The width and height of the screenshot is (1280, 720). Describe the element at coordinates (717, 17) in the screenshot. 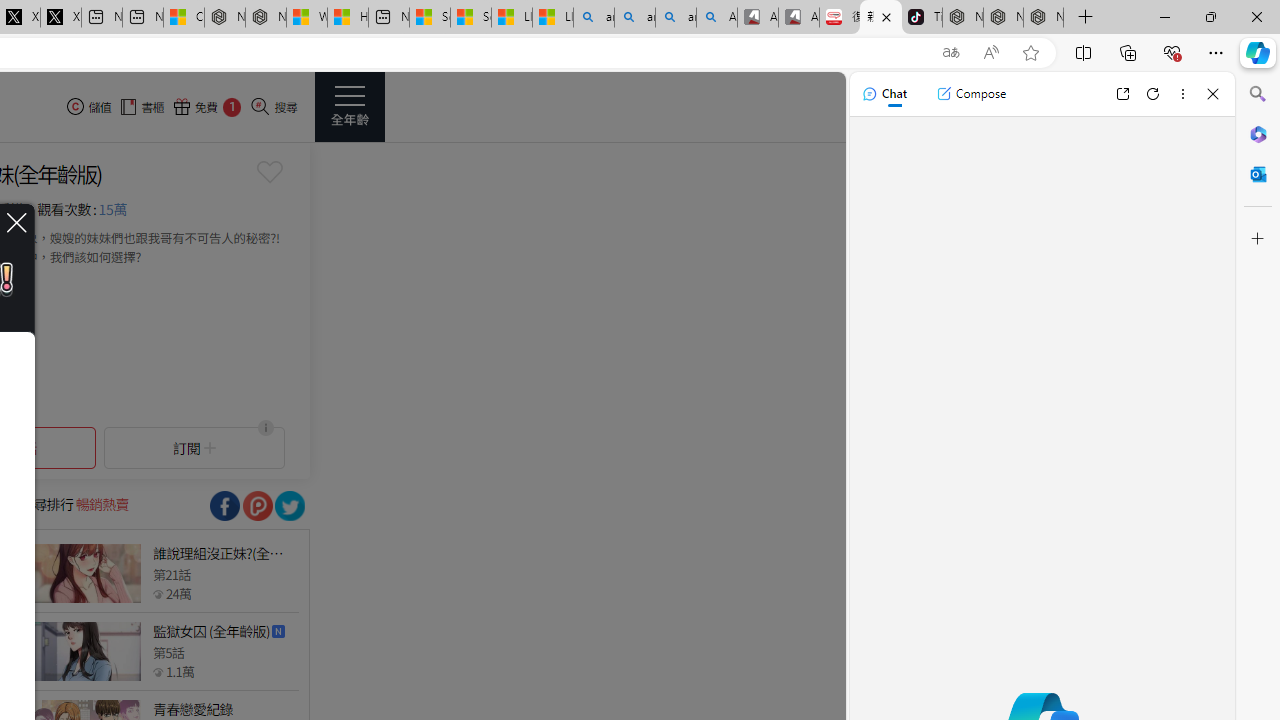

I see `'Amazon Echo Robot - Search Images'` at that location.